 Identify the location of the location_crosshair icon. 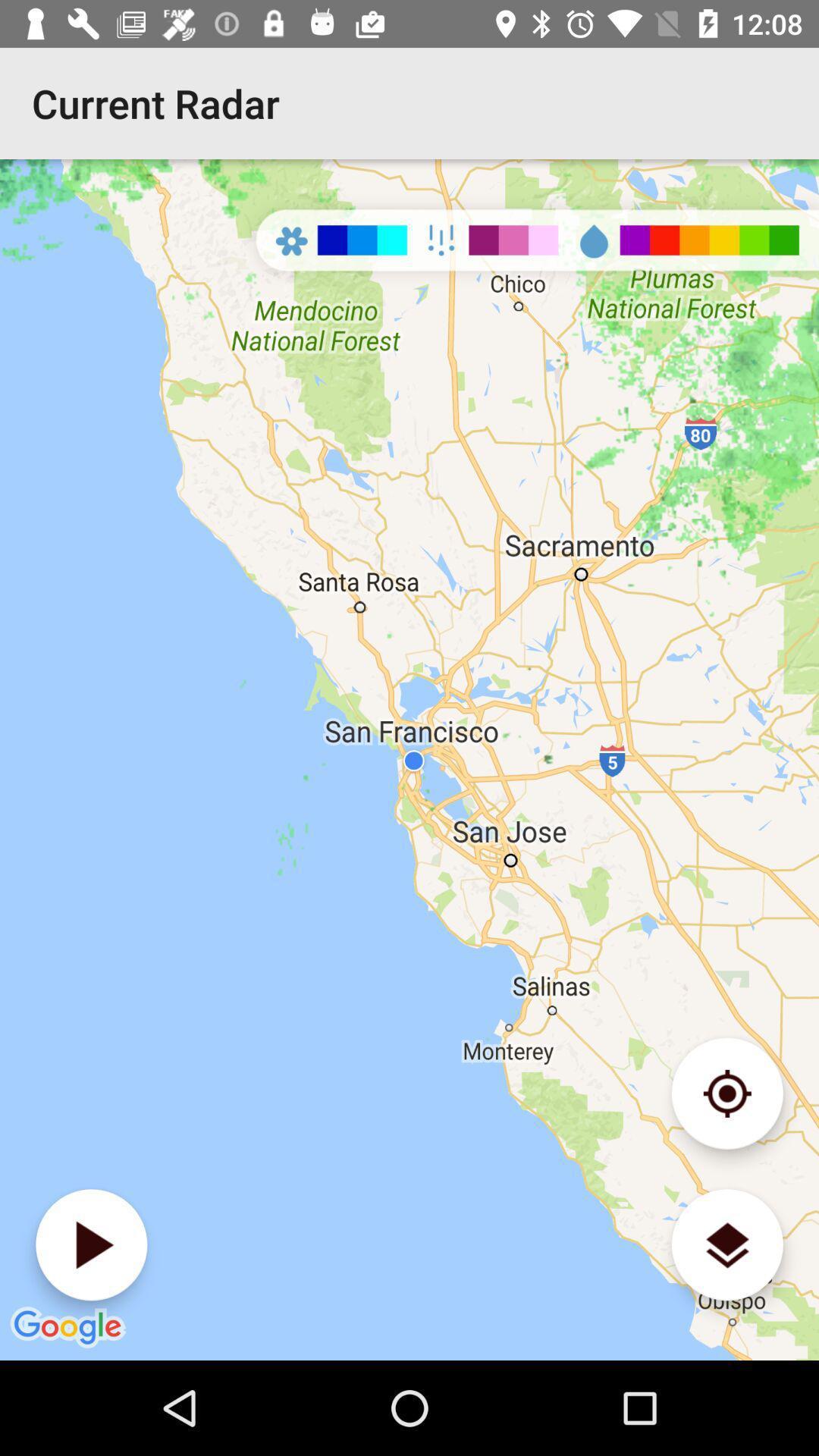
(726, 1094).